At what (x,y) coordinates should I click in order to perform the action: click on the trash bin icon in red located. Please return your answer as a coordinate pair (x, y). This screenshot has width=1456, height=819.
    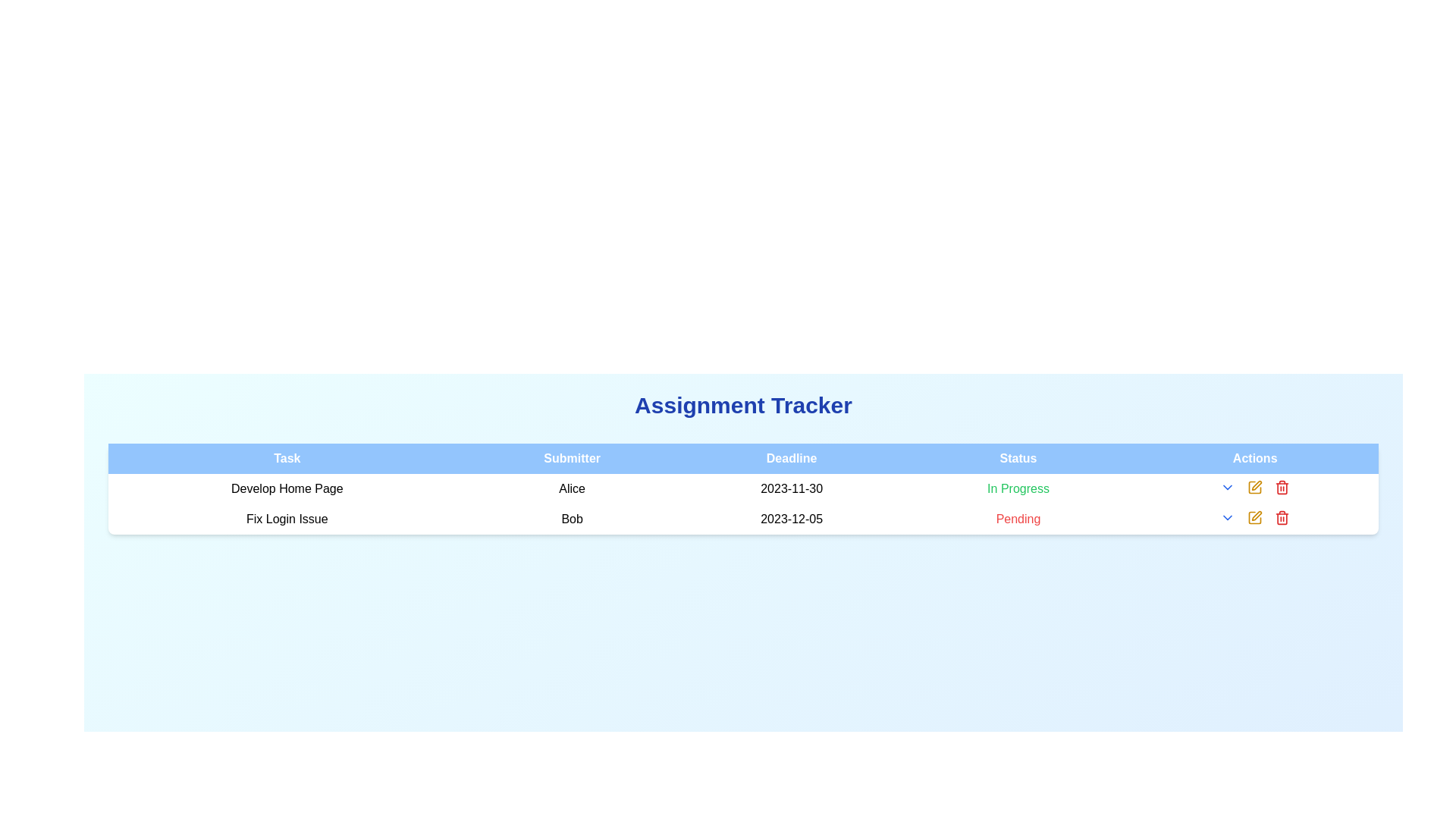
    Looking at the image, I should click on (1282, 488).